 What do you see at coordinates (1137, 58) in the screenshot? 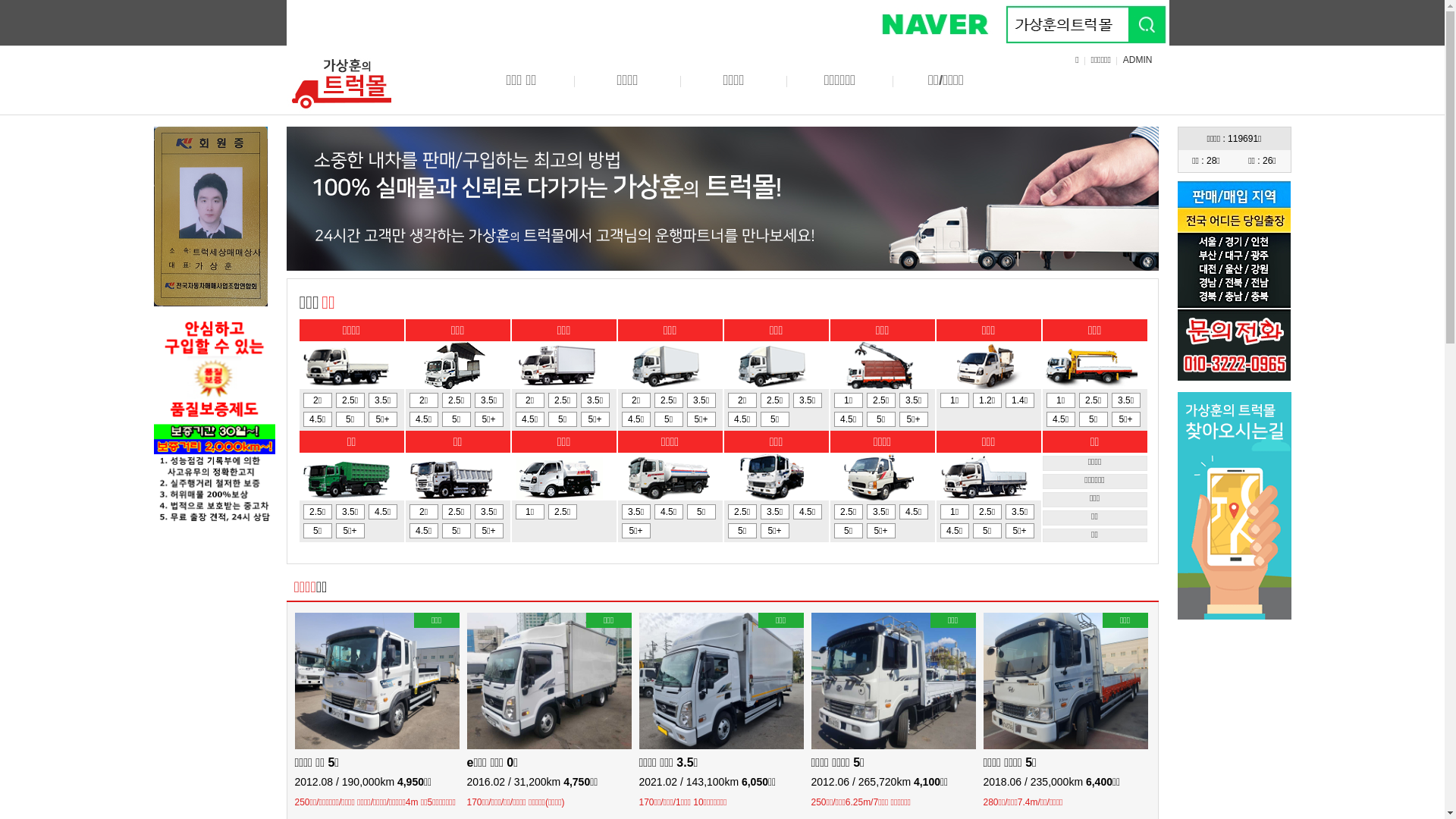
I see `'ADMIN'` at bounding box center [1137, 58].